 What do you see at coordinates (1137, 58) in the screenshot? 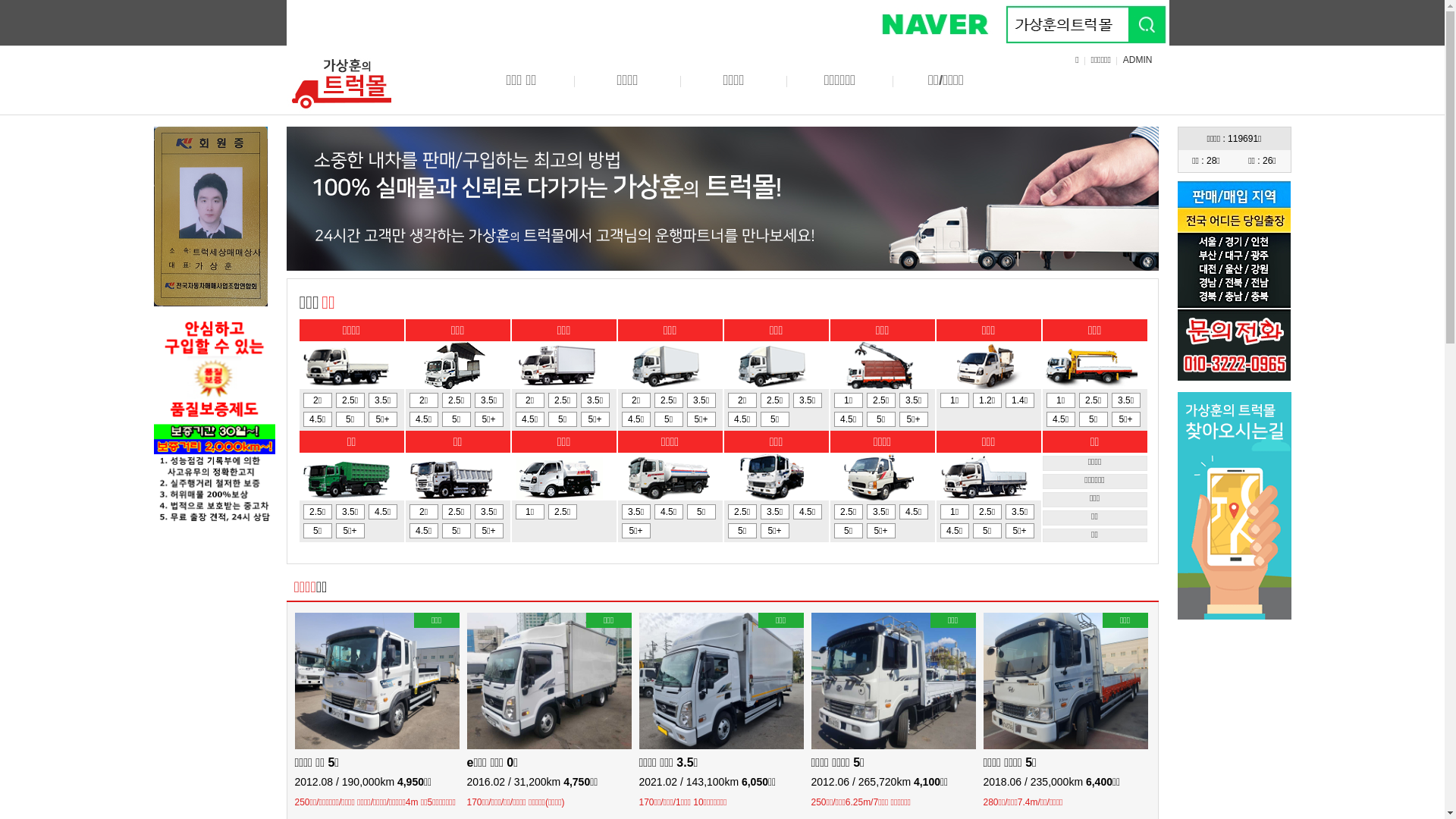
I see `'ADMIN'` at bounding box center [1137, 58].